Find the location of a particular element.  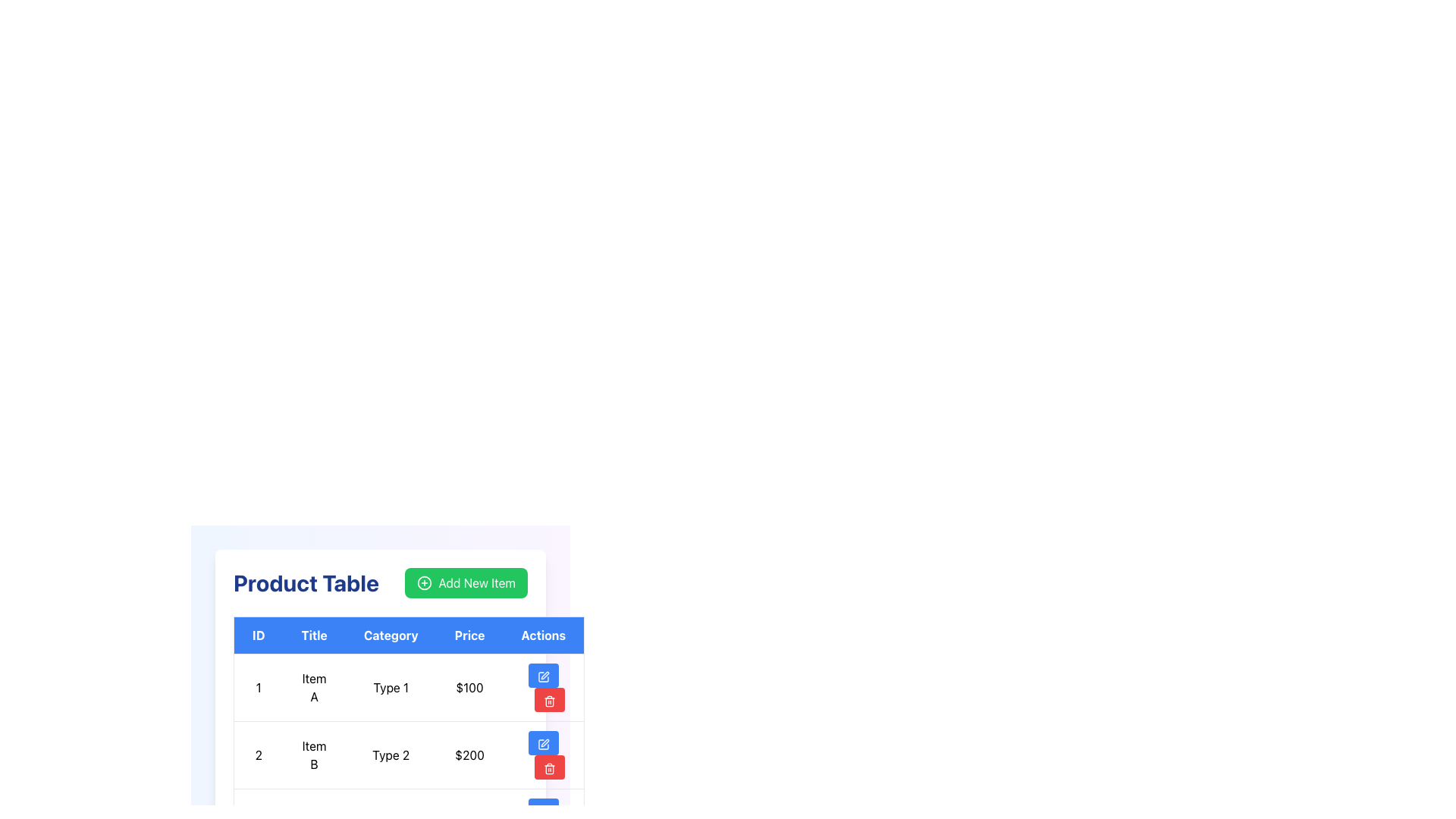

the blue button with a pencil icon in the first row of the actions column is located at coordinates (543, 675).